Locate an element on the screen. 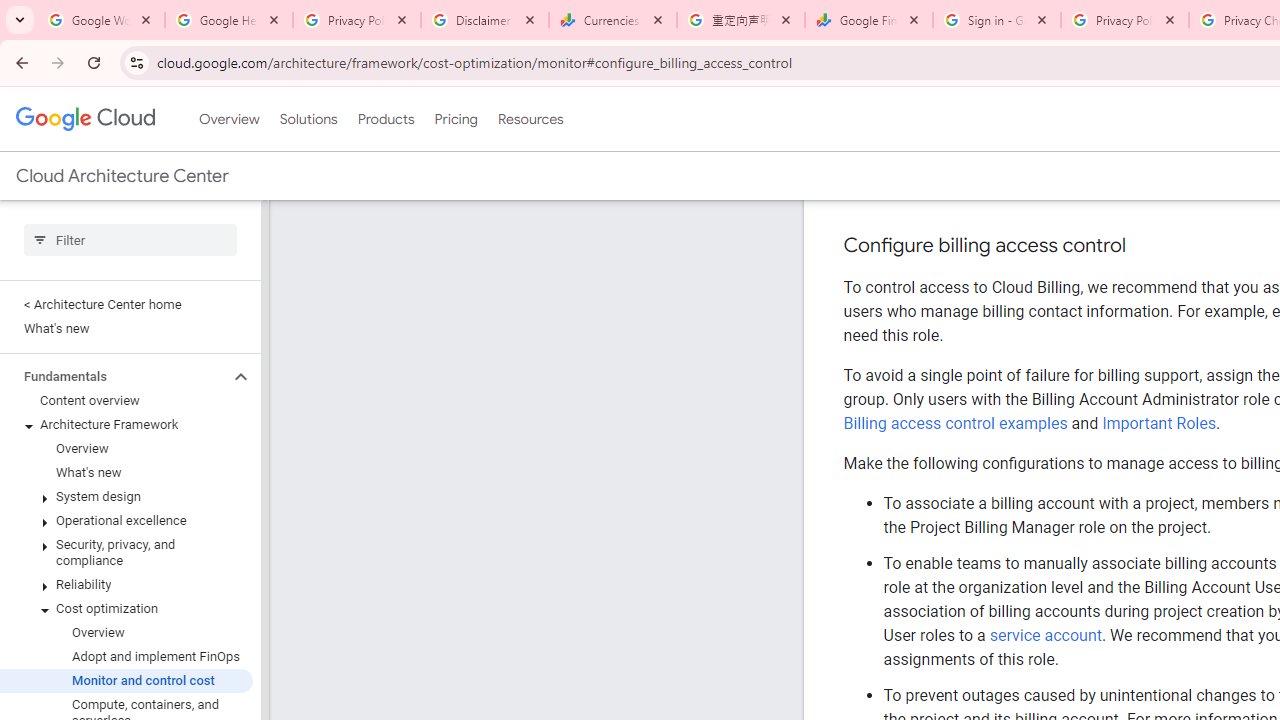 Image resolution: width=1280 pixels, height=720 pixels. 'Resources' is located at coordinates (530, 119).